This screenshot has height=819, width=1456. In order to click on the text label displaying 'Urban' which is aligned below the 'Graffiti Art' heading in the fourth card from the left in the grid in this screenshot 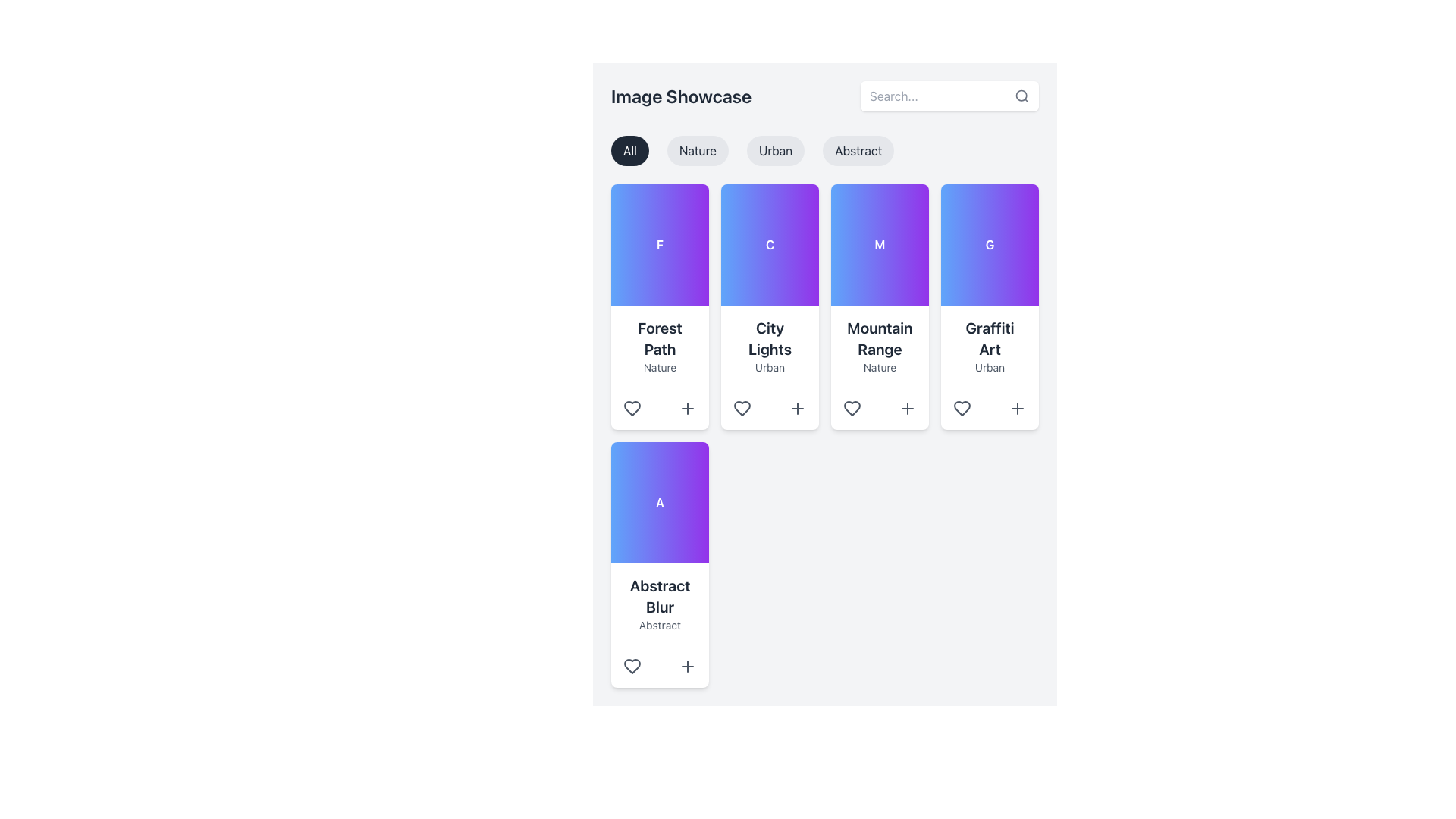, I will do `click(990, 368)`.